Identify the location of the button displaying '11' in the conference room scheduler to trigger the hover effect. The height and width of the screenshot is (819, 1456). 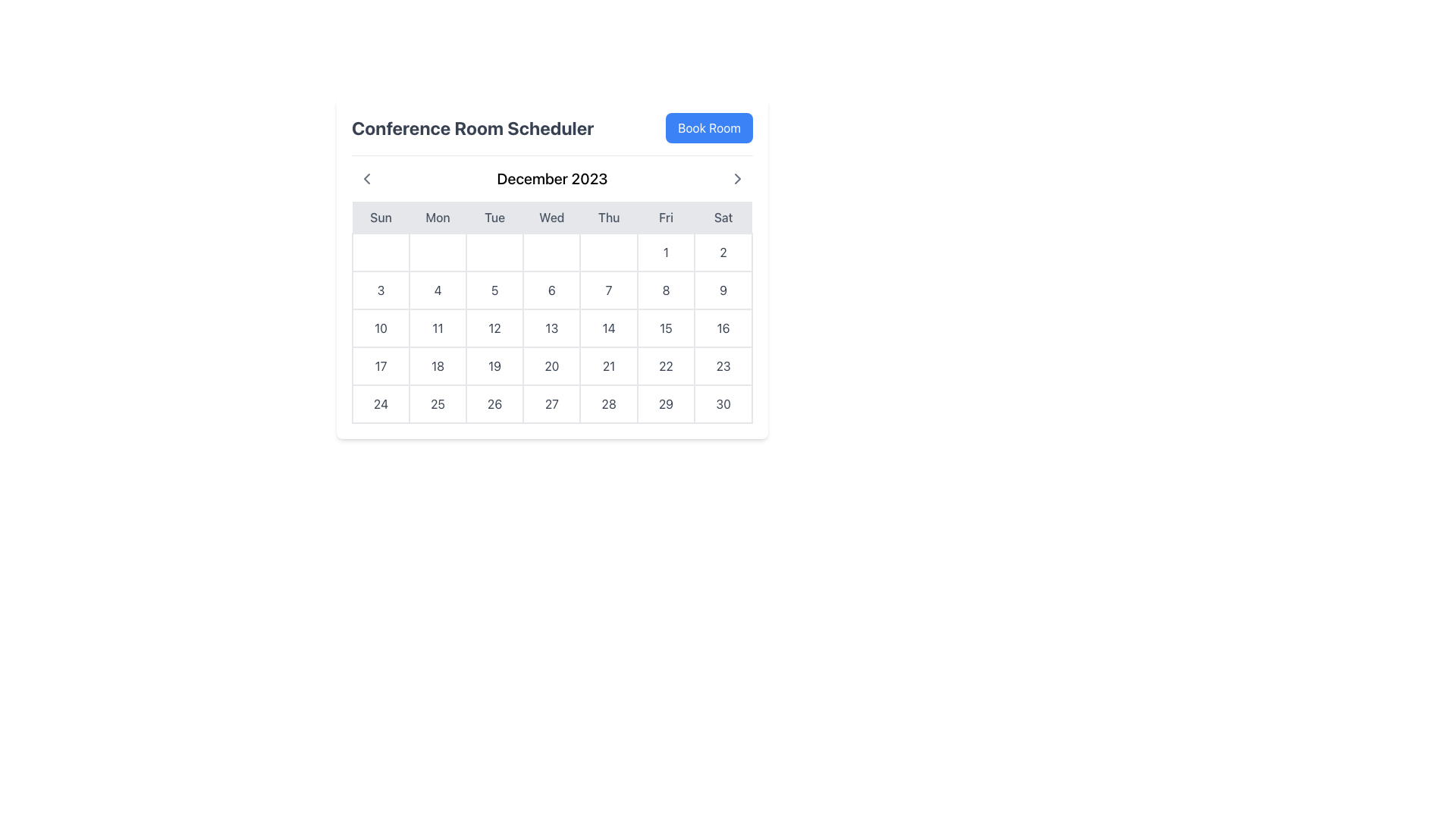
(437, 327).